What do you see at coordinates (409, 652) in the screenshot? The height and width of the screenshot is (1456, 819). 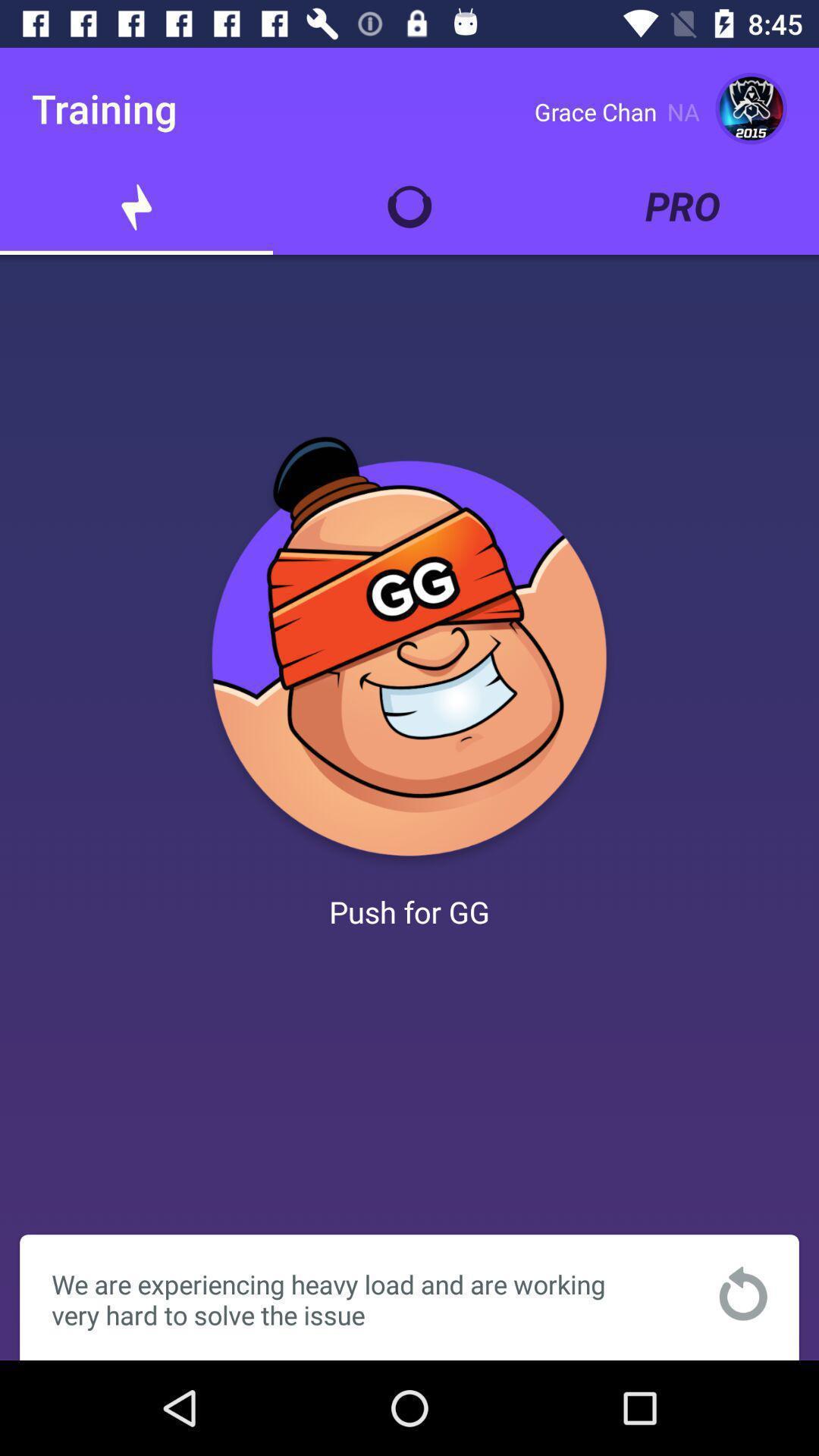 I see `the icon above push for gg` at bounding box center [409, 652].